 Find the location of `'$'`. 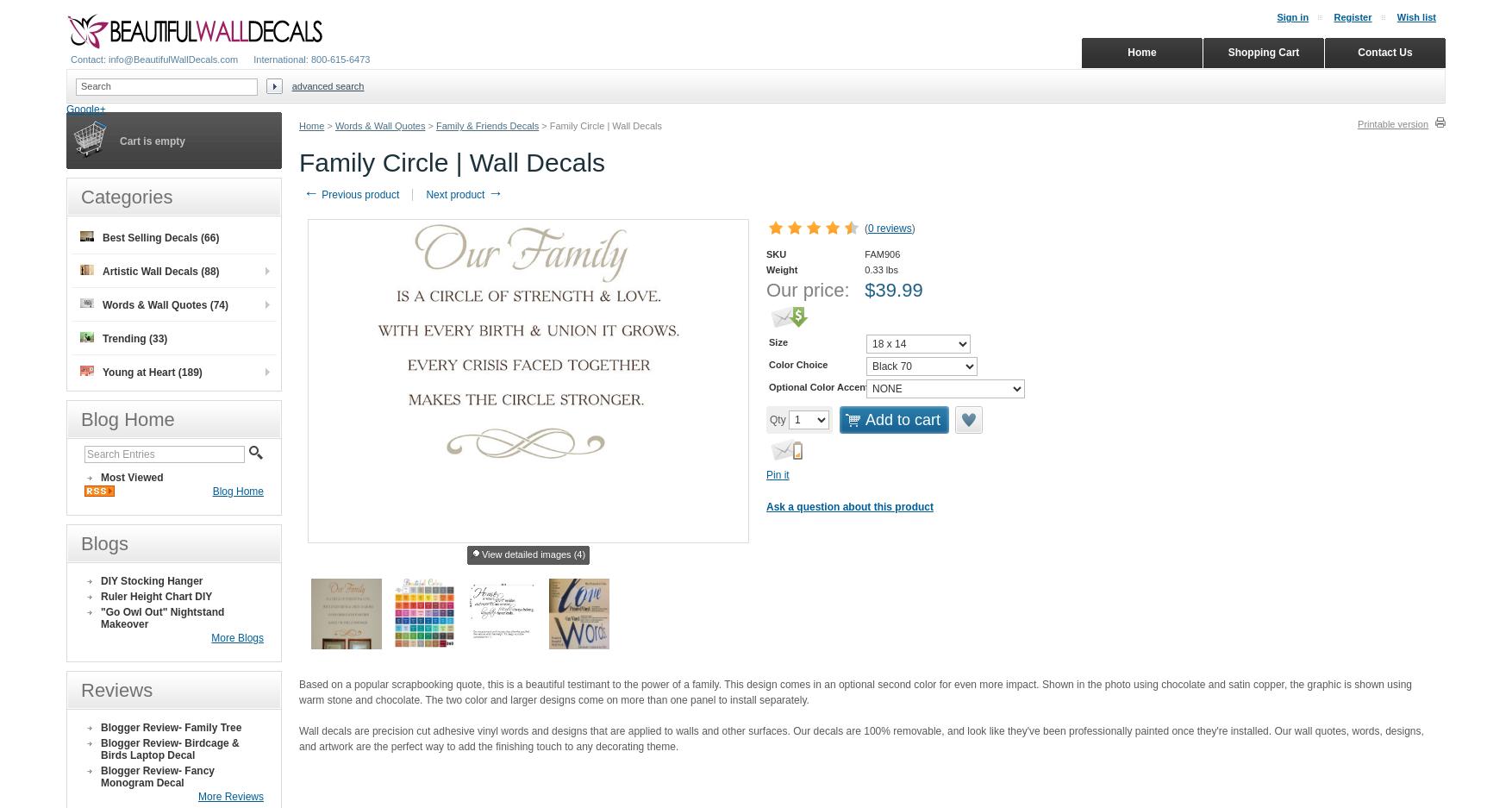

'$' is located at coordinates (863, 290).